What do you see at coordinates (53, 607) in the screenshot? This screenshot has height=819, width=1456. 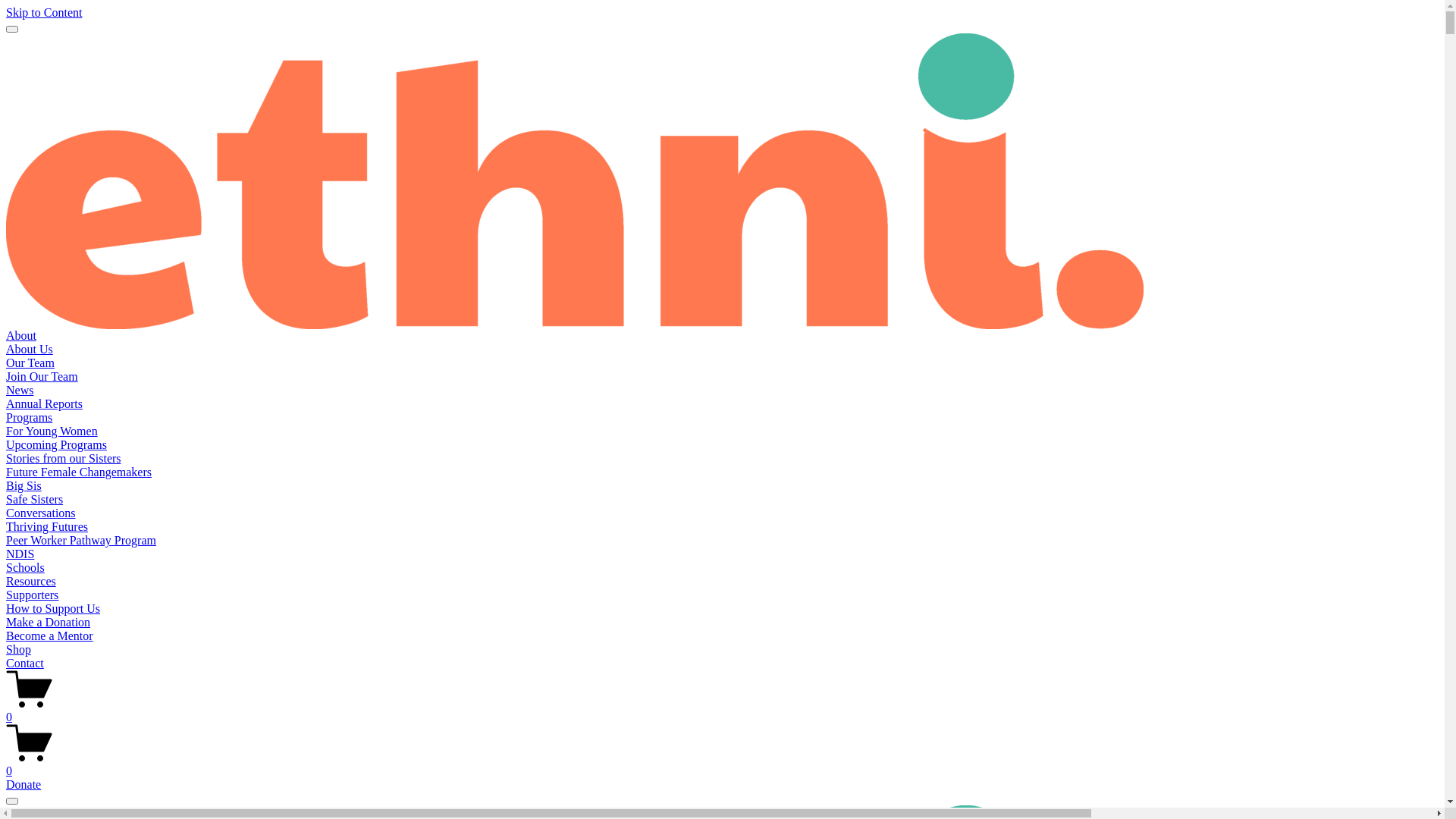 I see `'How to Support Us'` at bounding box center [53, 607].